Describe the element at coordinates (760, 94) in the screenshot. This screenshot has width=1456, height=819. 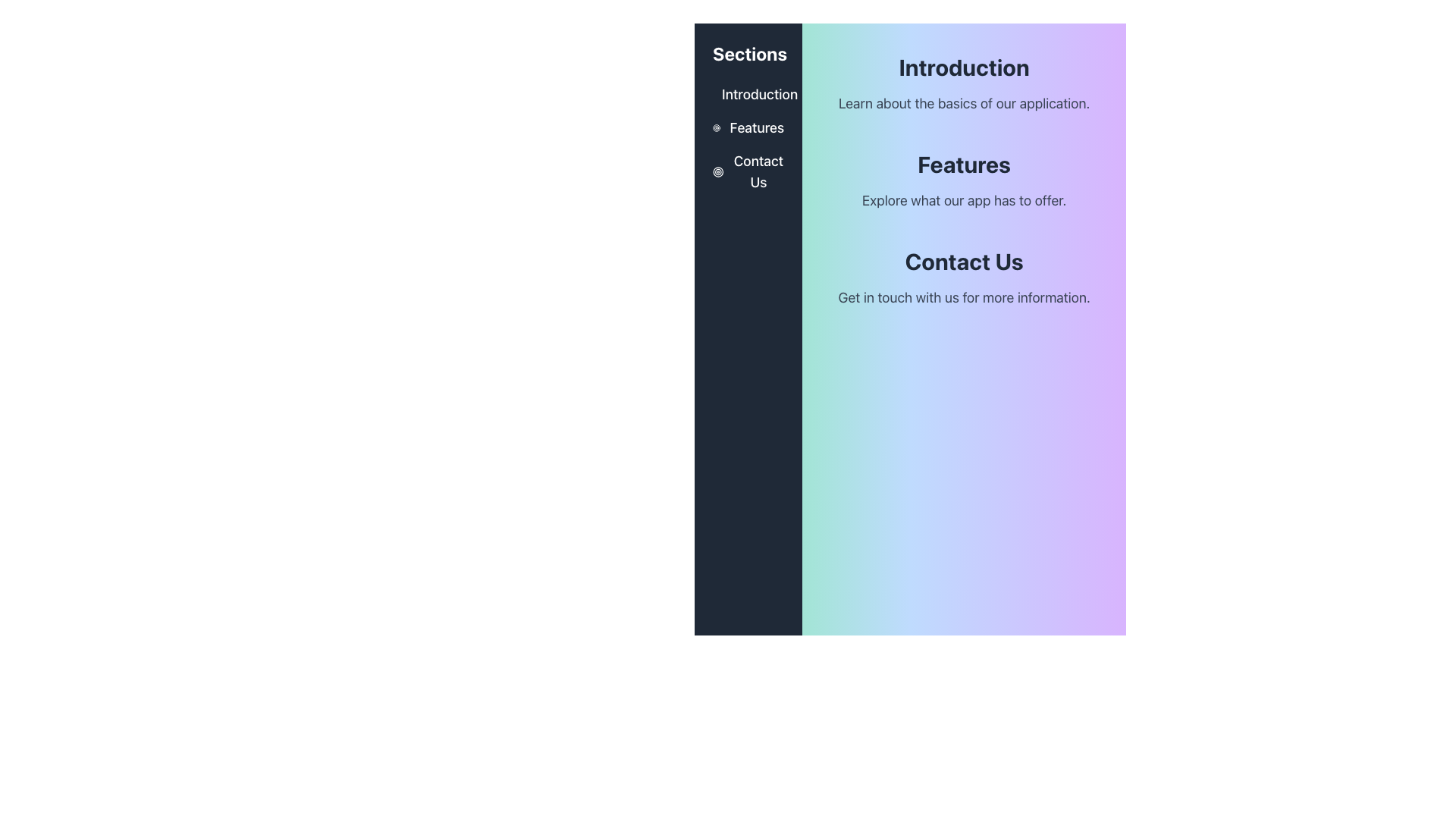
I see `the 'Introduction' hyperlink text in the left navigation bar` at that location.